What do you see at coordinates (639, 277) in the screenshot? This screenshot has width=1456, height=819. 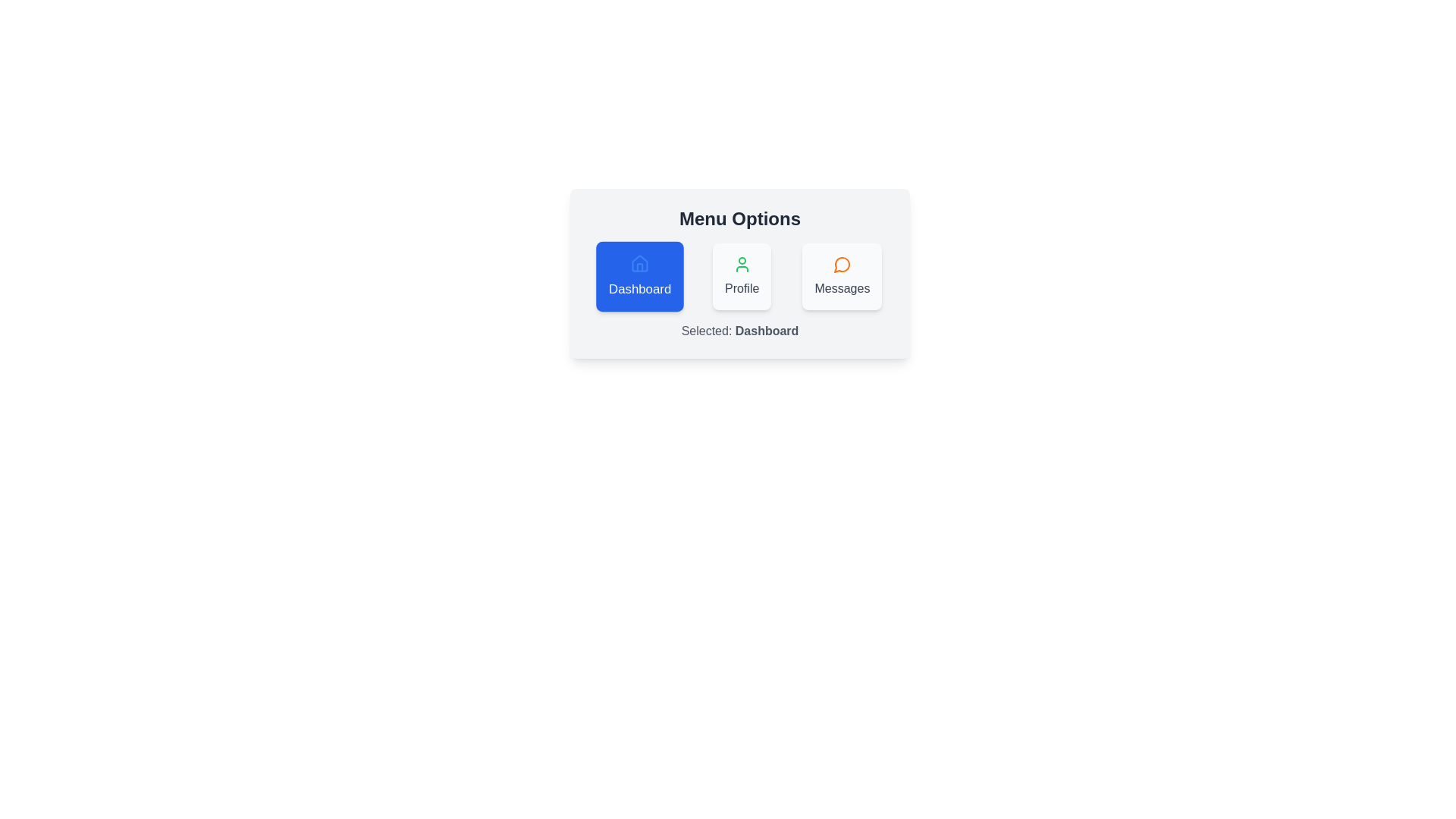 I see `the chip labeled Dashboard to change the selection` at bounding box center [639, 277].